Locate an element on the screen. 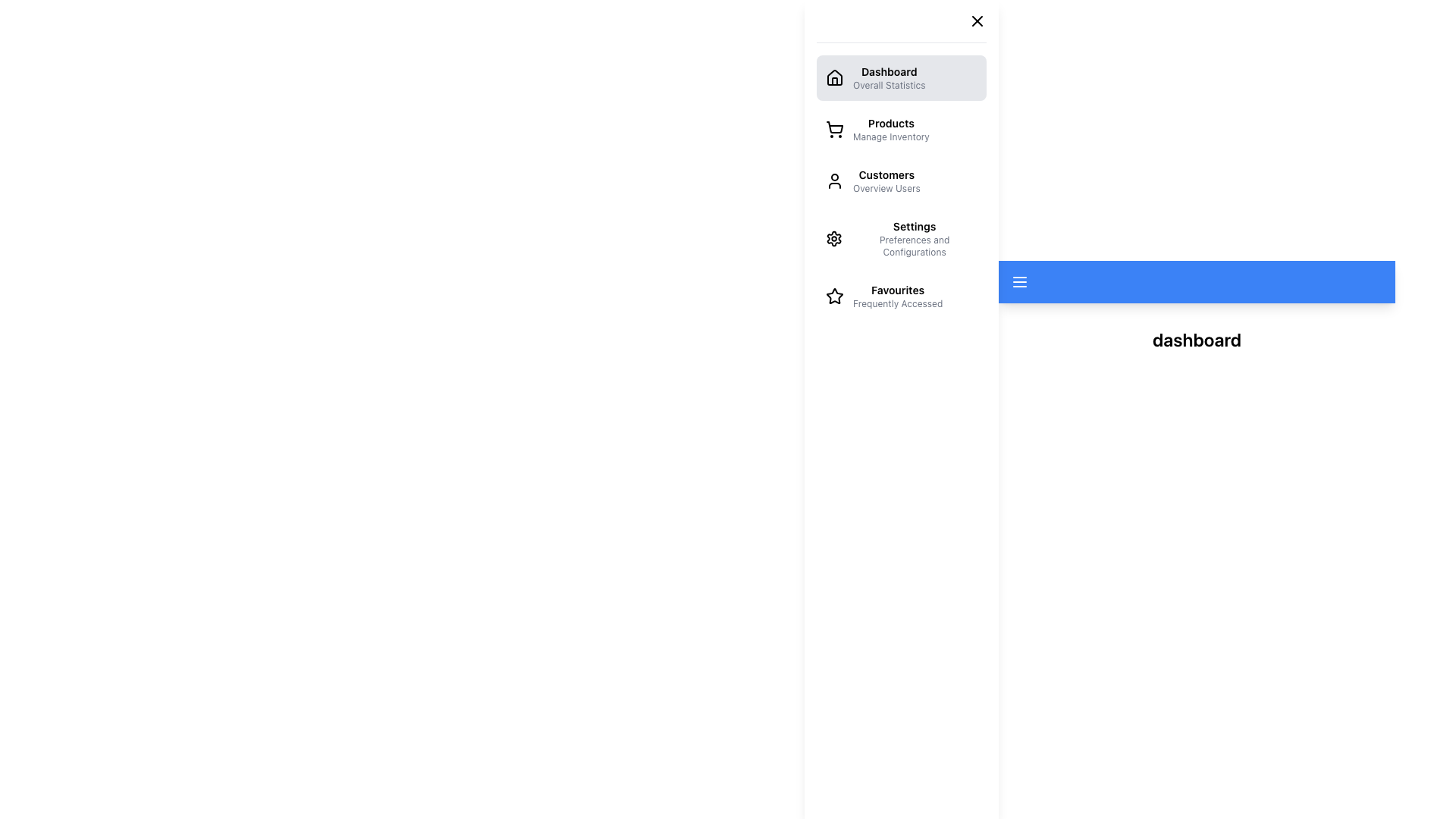 The width and height of the screenshot is (1456, 819). the second option in the left-side drawer navigation menu, which is the 'Manage Inventory' section is located at coordinates (902, 128).